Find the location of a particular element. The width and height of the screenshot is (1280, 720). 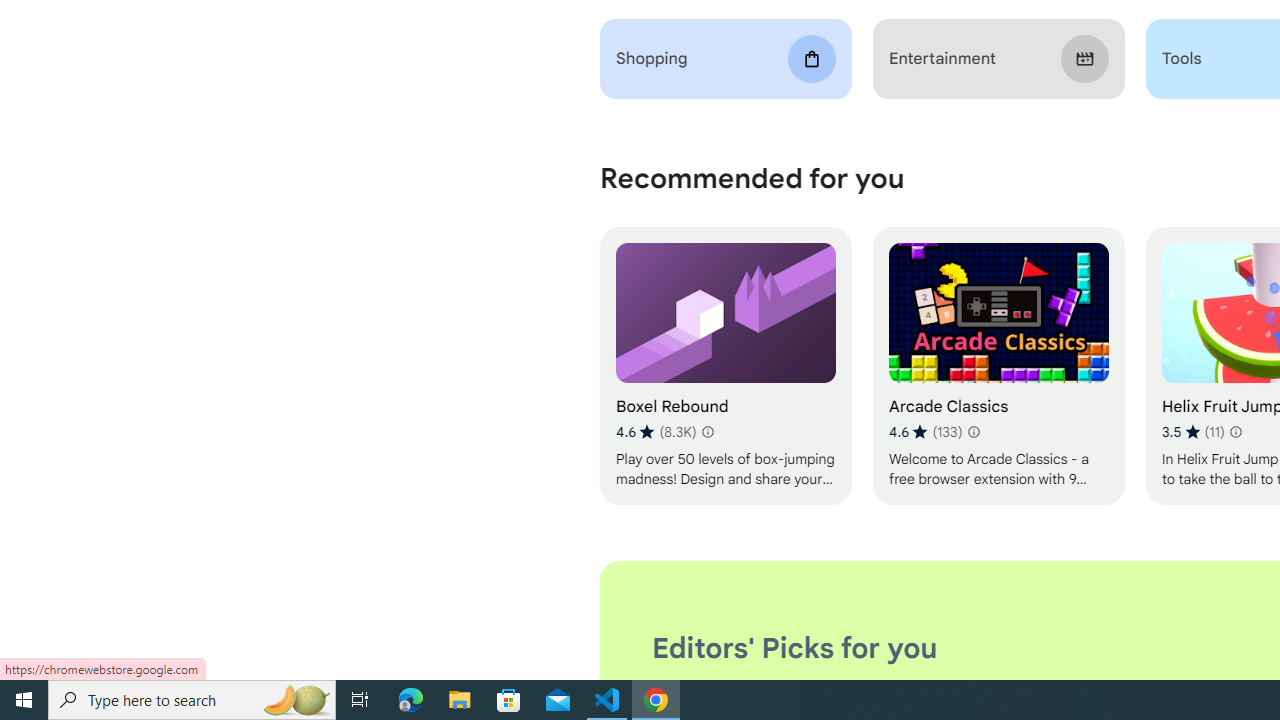

'Average rating 4.6 out of 5 stars. 133 ratings.' is located at coordinates (924, 431).